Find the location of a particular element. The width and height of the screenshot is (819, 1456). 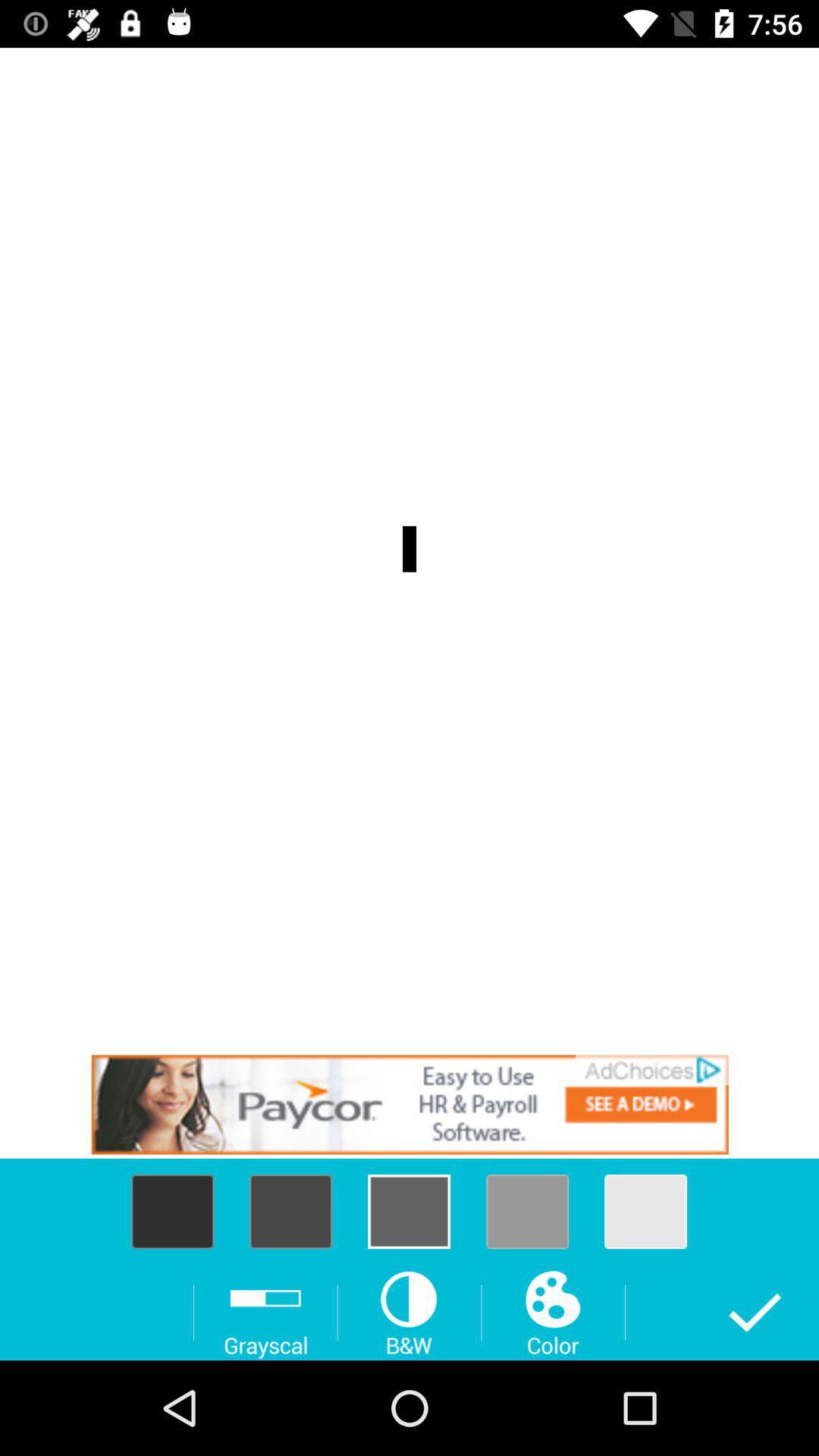

advertisement page is located at coordinates (409, 1104).